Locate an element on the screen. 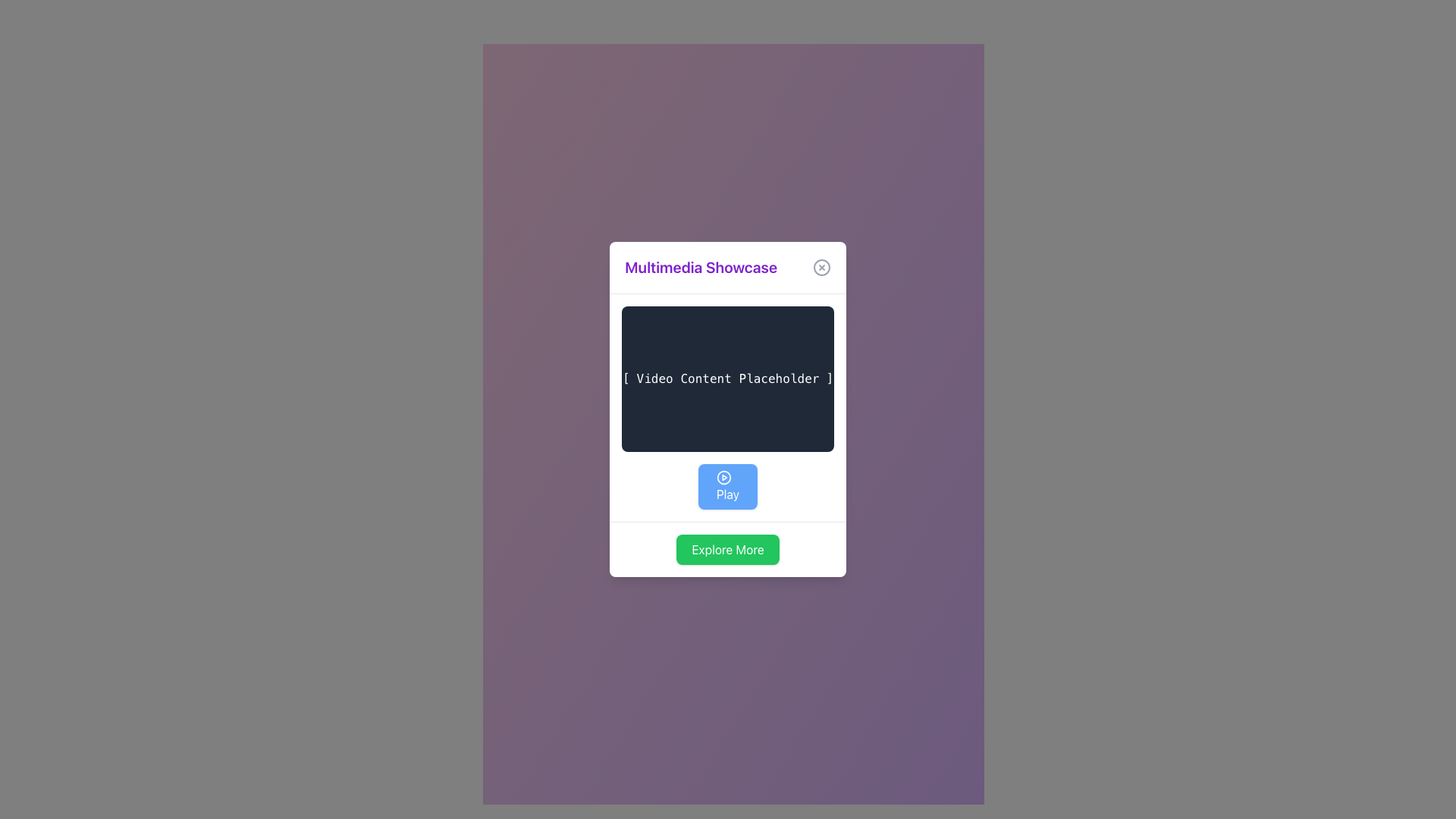  the call-to-action button located at the bottom center of the 'Multimedia Showcase' modal is located at coordinates (728, 549).